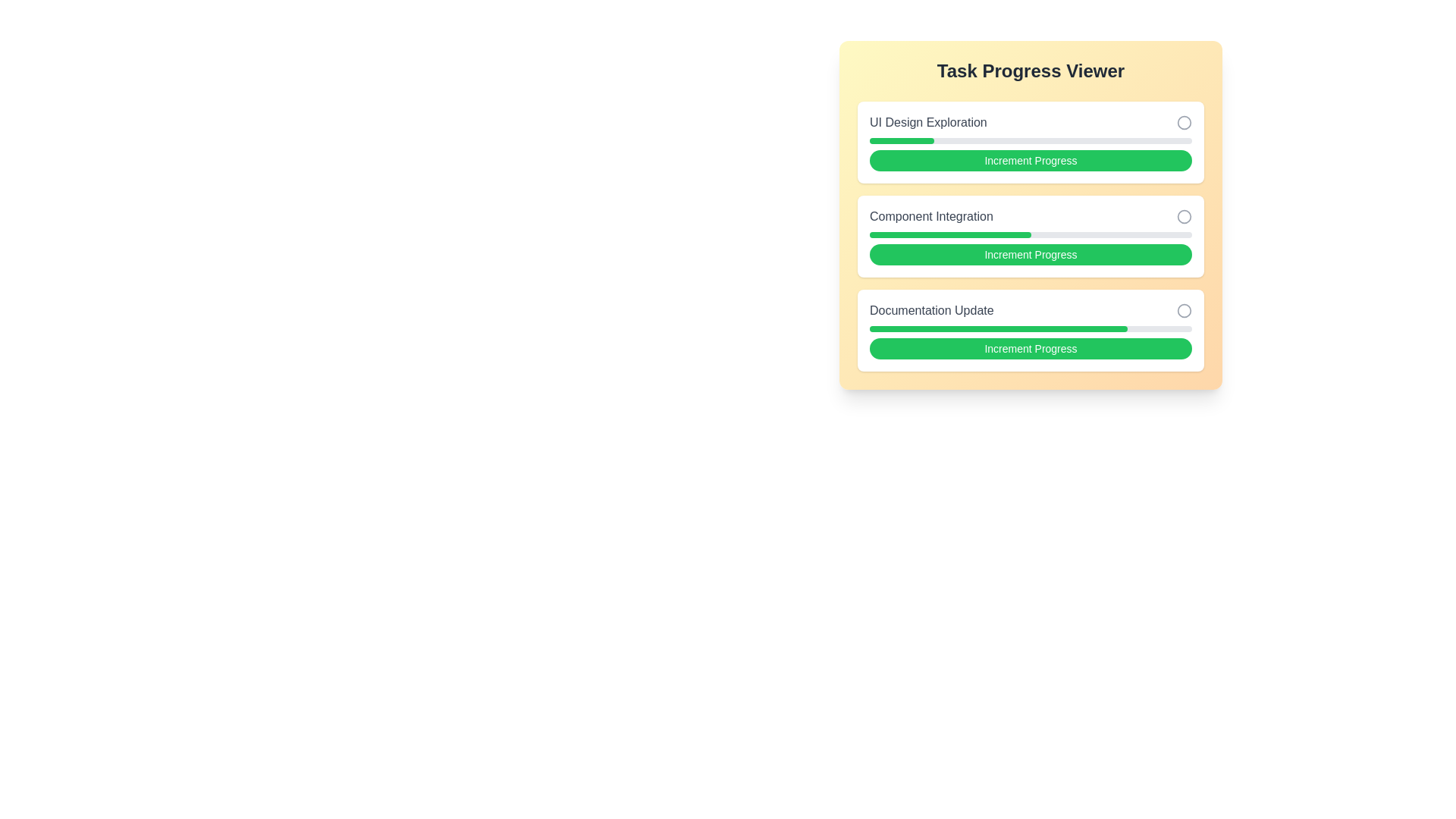  Describe the element at coordinates (1031, 143) in the screenshot. I see `the Task Card labeled 'UI Design Exploration', which features a progress bar and an 'Increment Progress' button at the bottom` at that location.